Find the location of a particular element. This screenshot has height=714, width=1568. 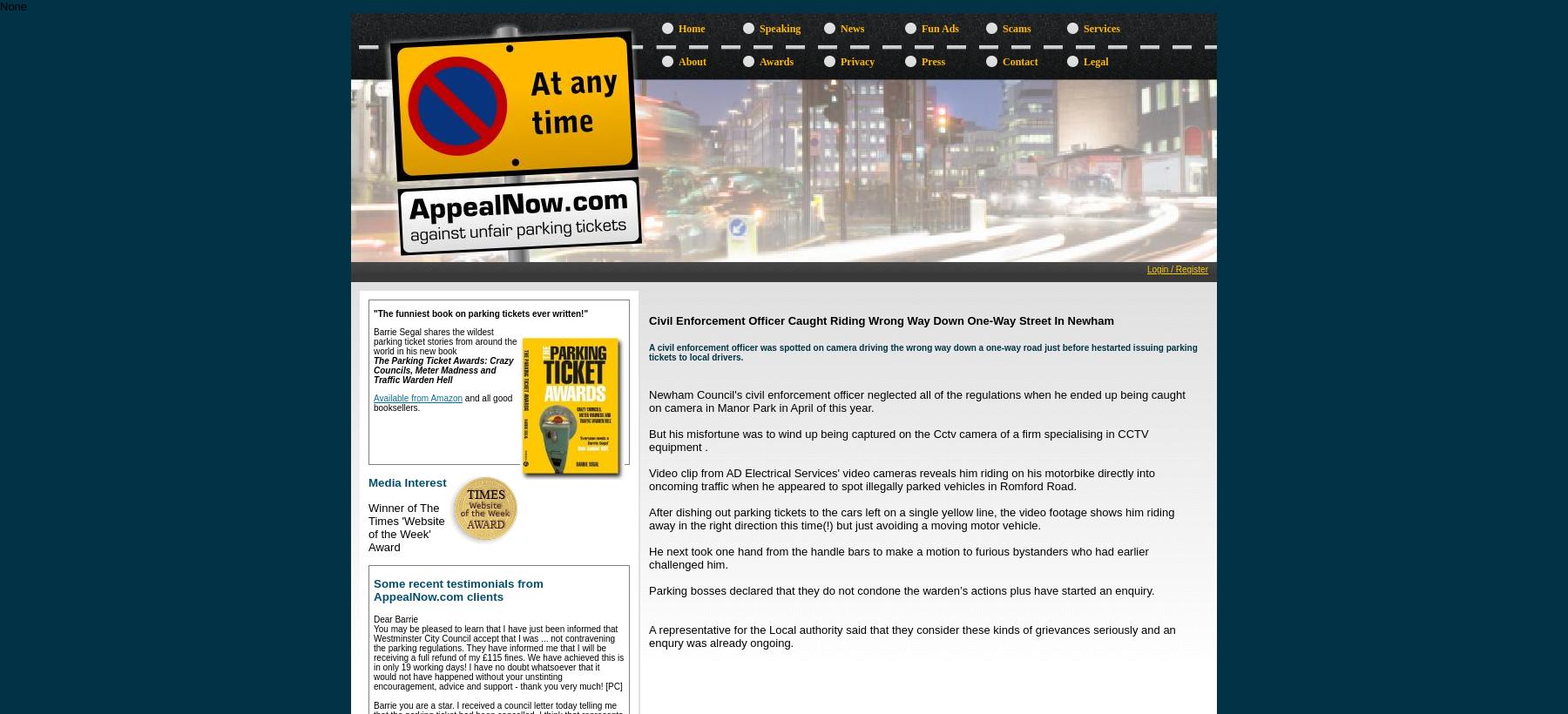

'Winner of
            The Times
            'Website of the Week' Award' is located at coordinates (405, 526).